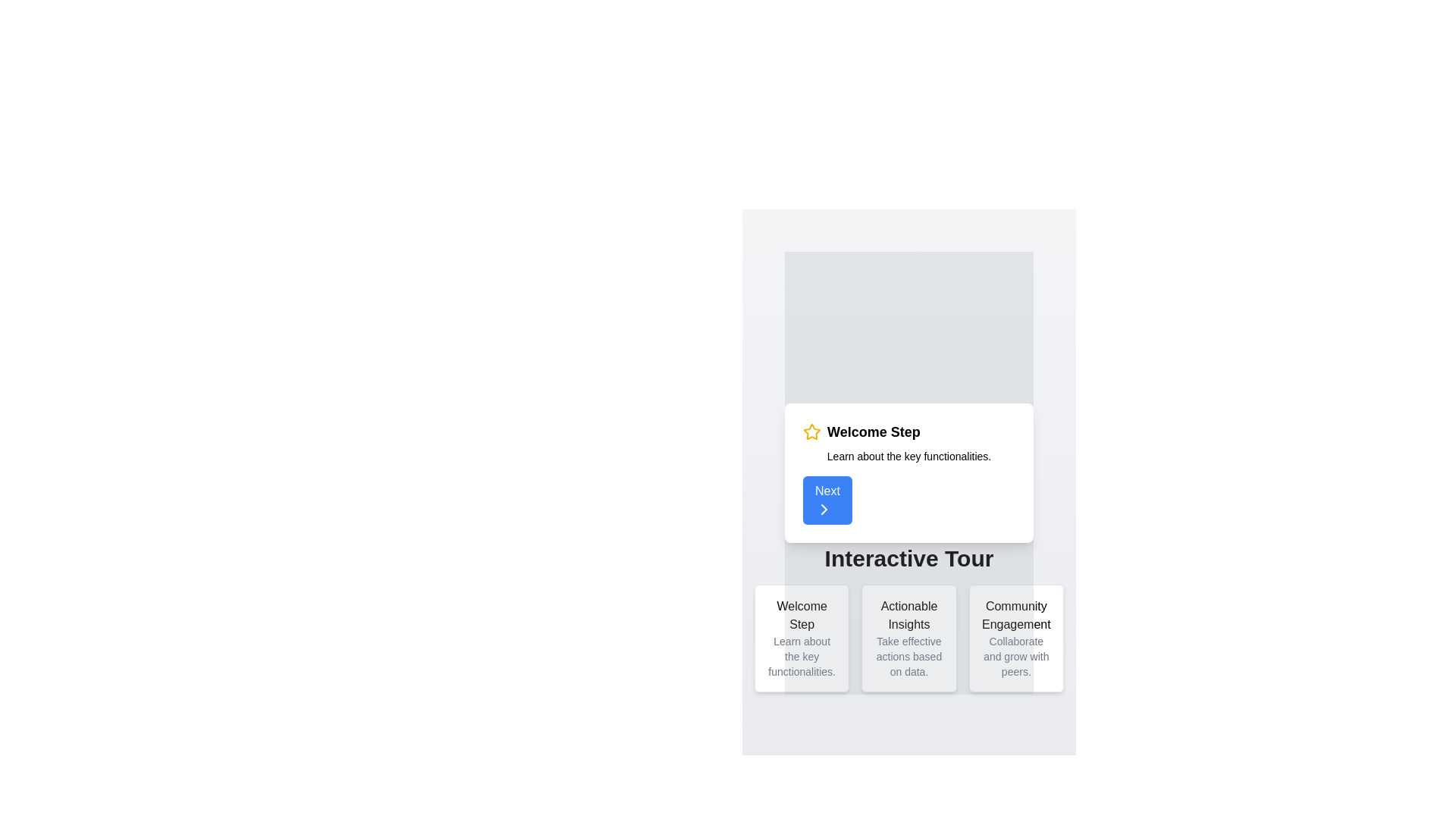 The image size is (1456, 819). Describe the element at coordinates (801, 656) in the screenshot. I see `the text label displaying 'Learn about the key functionalities.' which is styled in small gray font and located below the 'Welcome Step' header in the white card` at that location.